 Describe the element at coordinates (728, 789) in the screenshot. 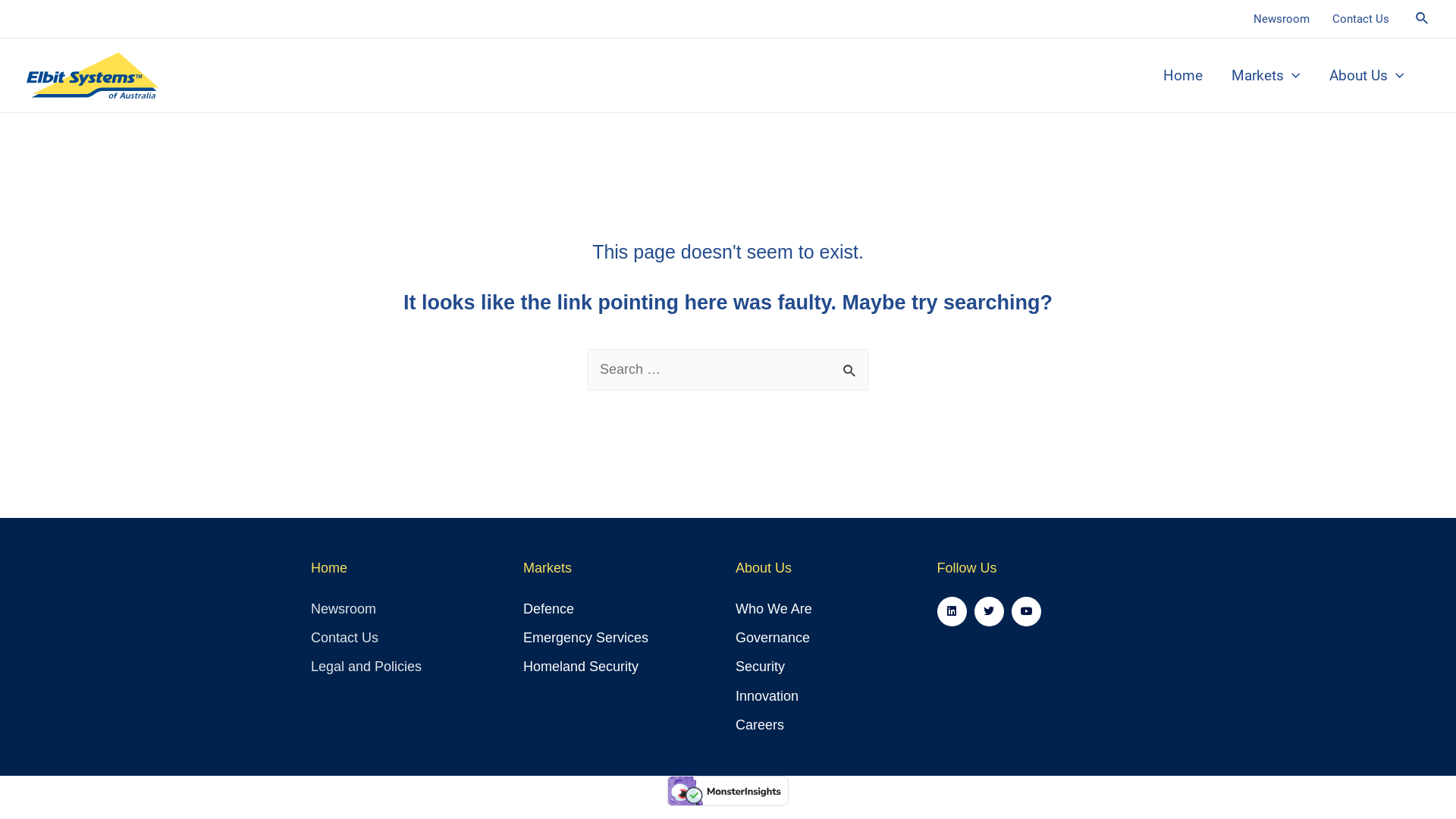

I see `'Verified by MonsterInsights'` at that location.